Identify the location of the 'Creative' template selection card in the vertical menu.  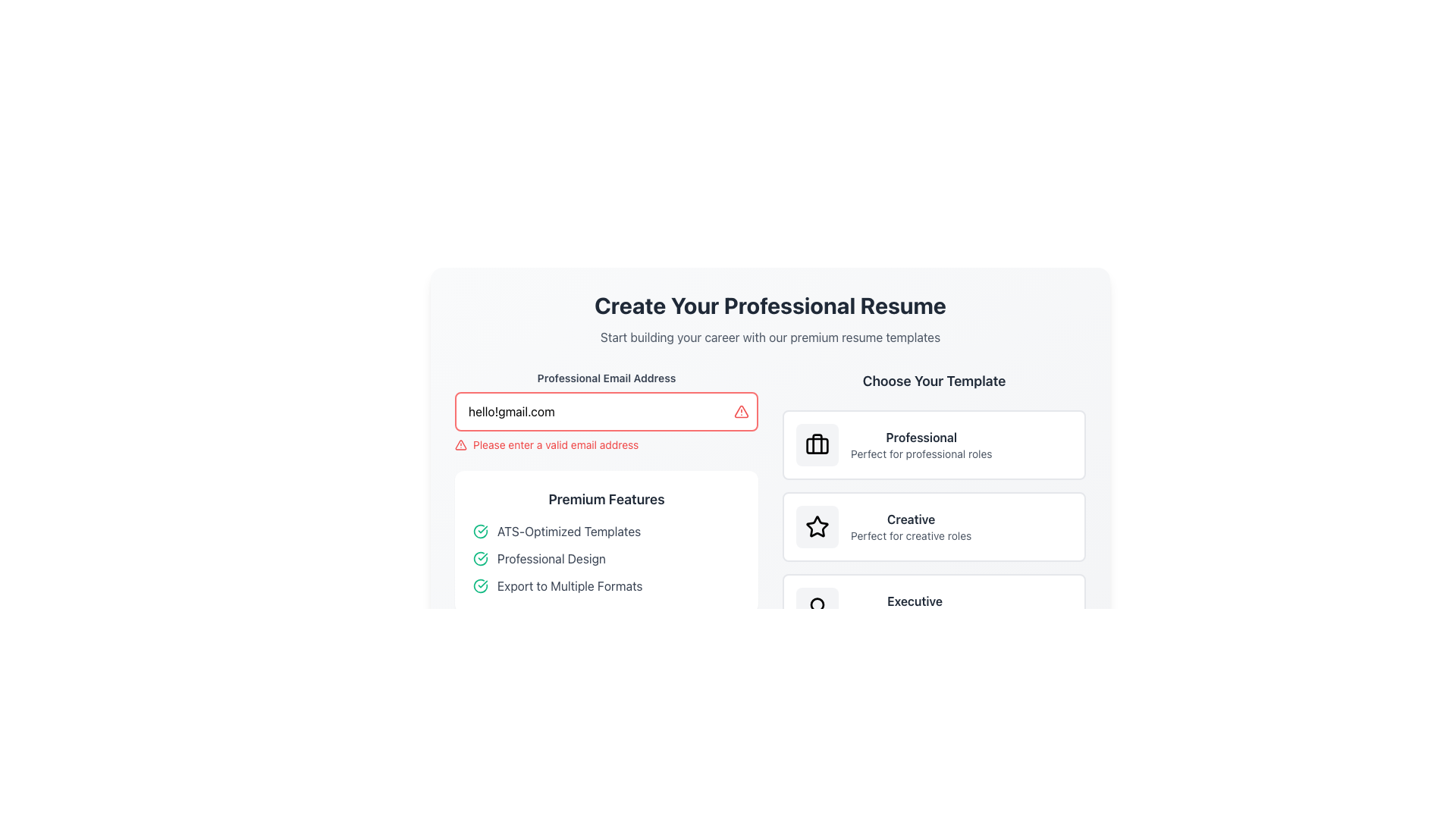
(934, 526).